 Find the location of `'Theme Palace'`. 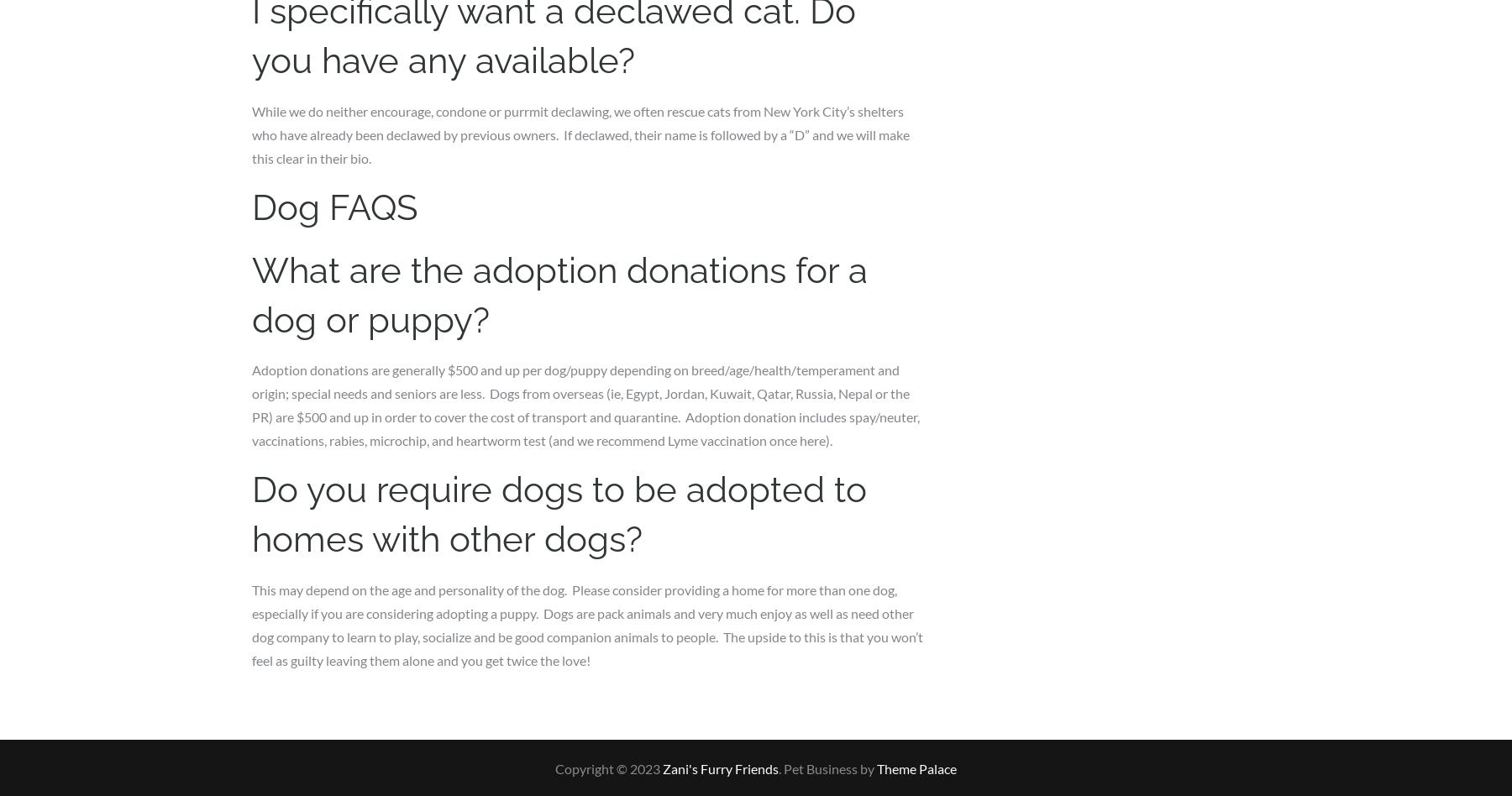

'Theme Palace' is located at coordinates (916, 767).